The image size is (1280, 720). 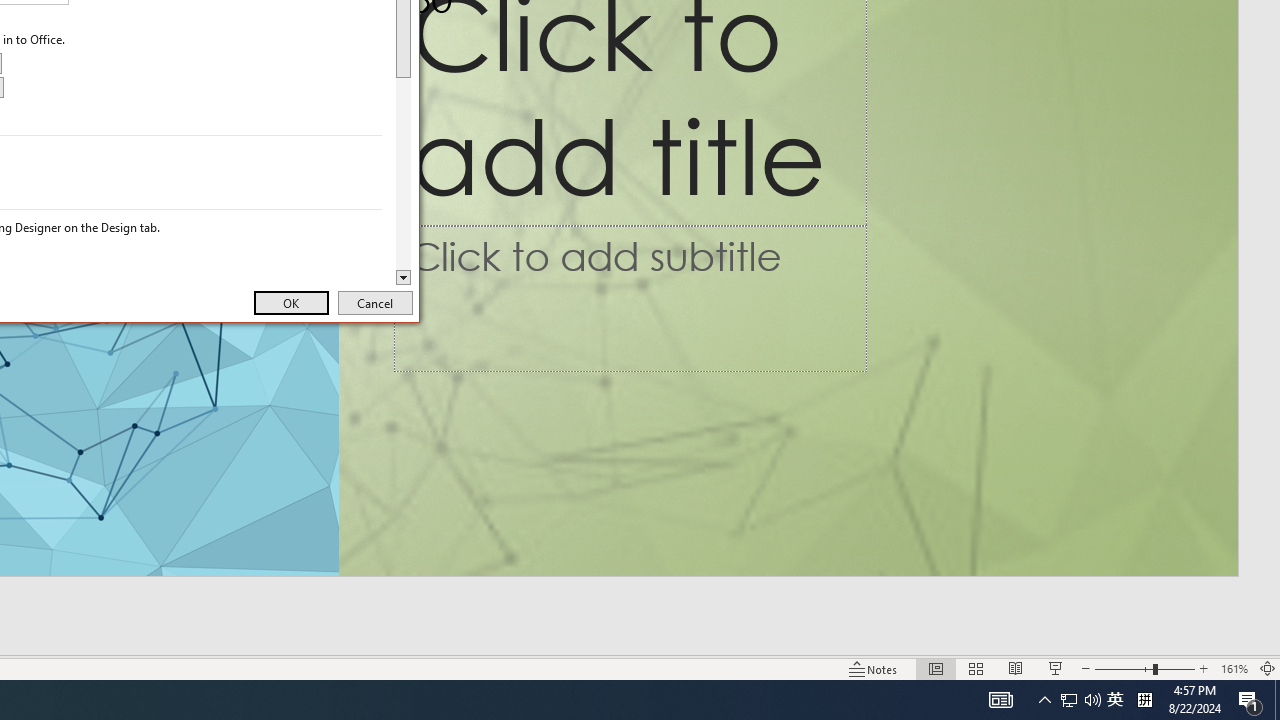 What do you see at coordinates (1000, 698) in the screenshot?
I see `'AutomationID: 4105'` at bounding box center [1000, 698].